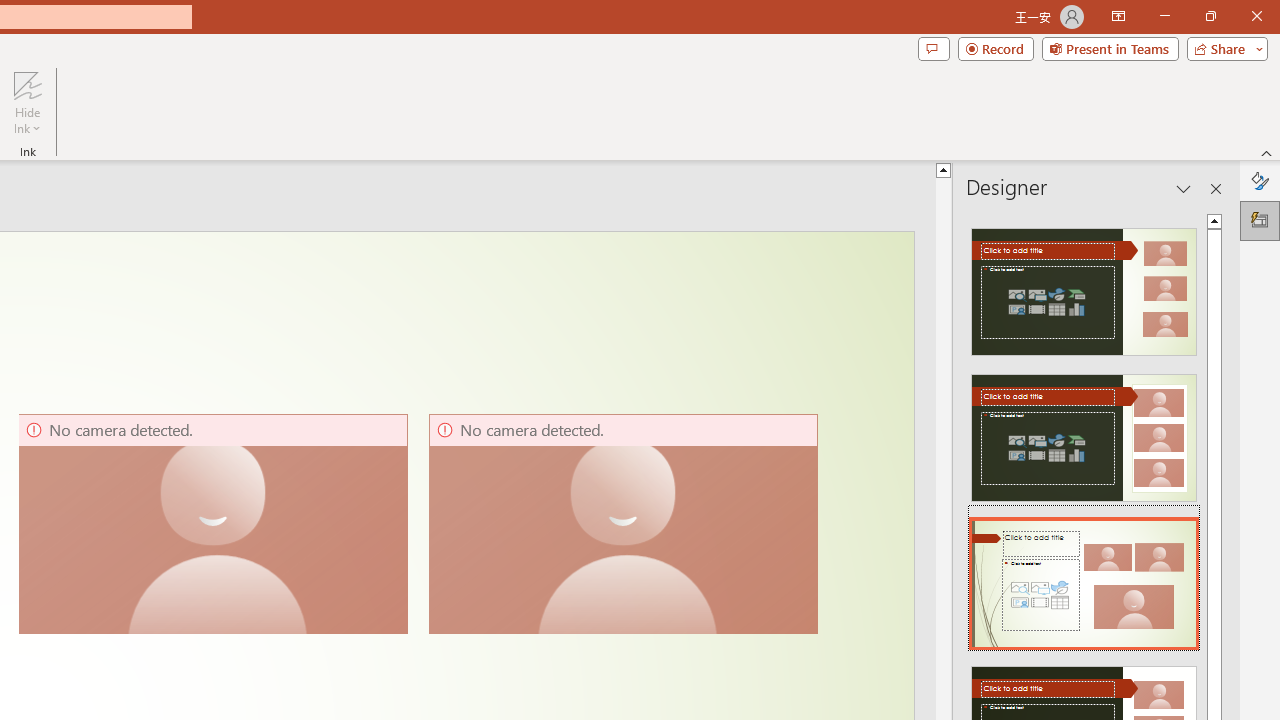 The width and height of the screenshot is (1280, 720). What do you see at coordinates (622, 523) in the screenshot?
I see `'Camera 3, No camera detected.'` at bounding box center [622, 523].